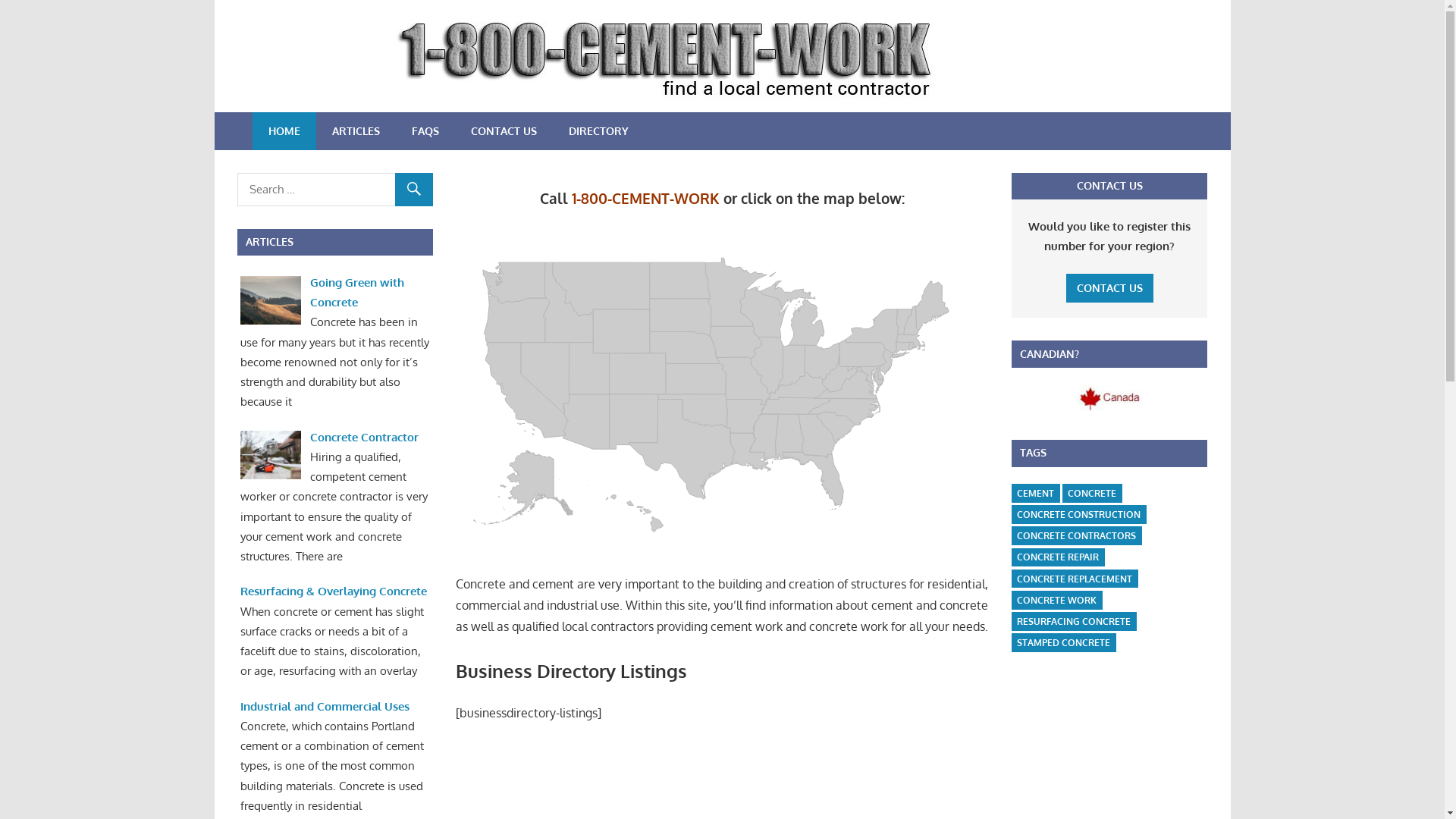  What do you see at coordinates (309, 437) in the screenshot?
I see `'Concrete Contractor'` at bounding box center [309, 437].